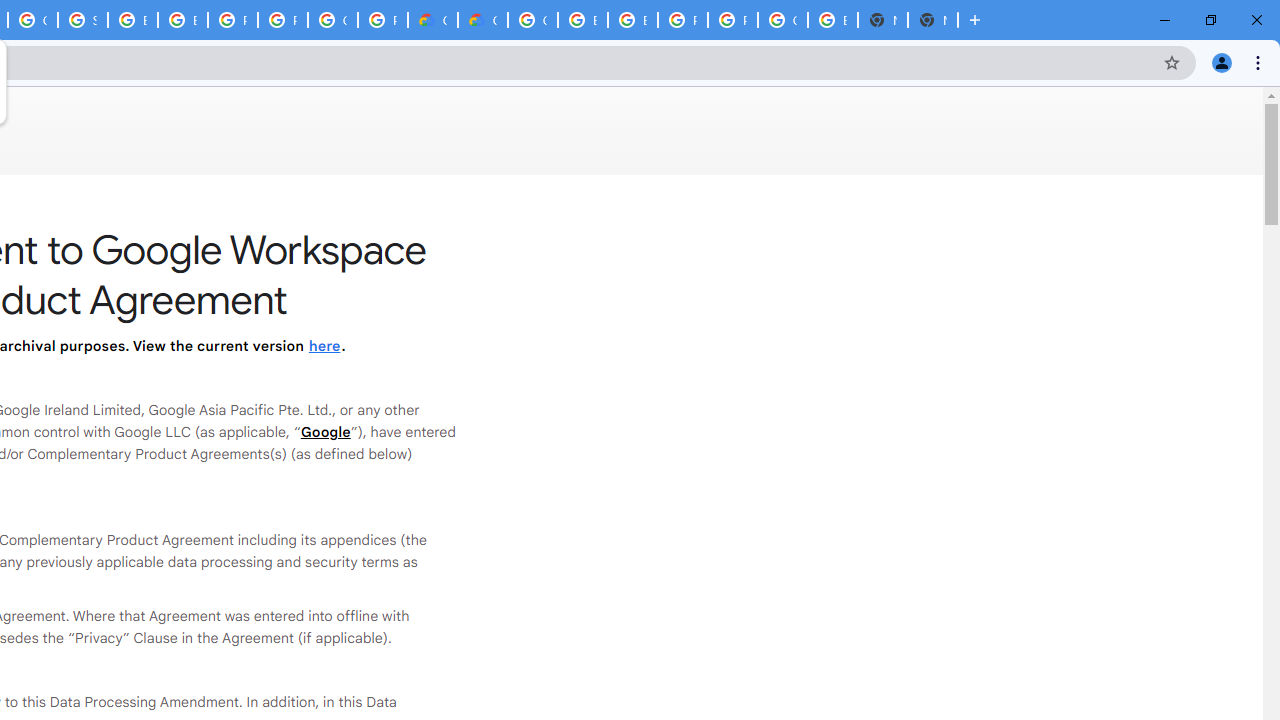  Describe the element at coordinates (582, 20) in the screenshot. I see `'Browse Chrome as a guest - Computer - Google Chrome Help'` at that location.